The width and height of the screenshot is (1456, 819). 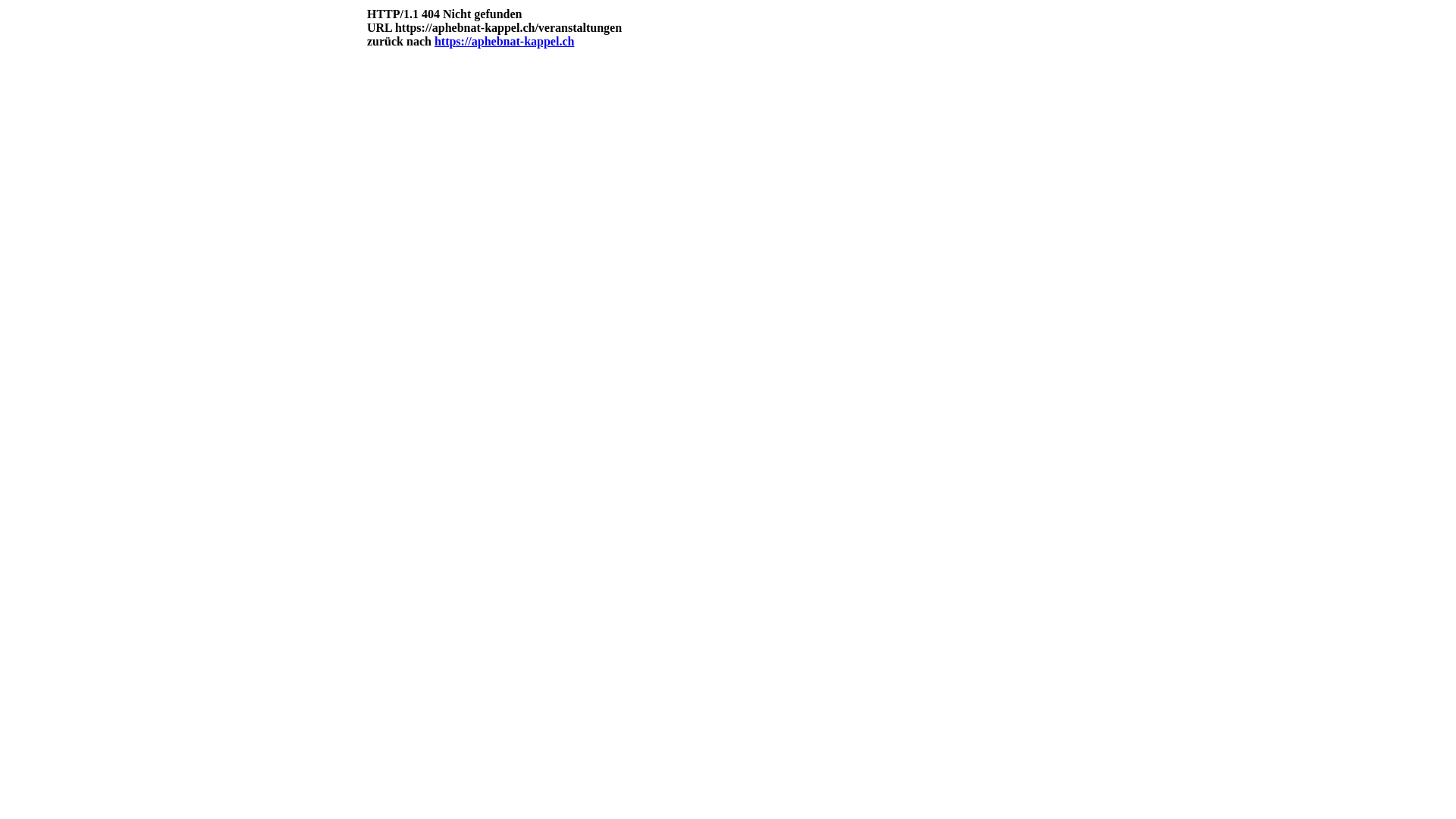 I want to click on 'https://aphebnat-kappel.ch', so click(x=433, y=40).